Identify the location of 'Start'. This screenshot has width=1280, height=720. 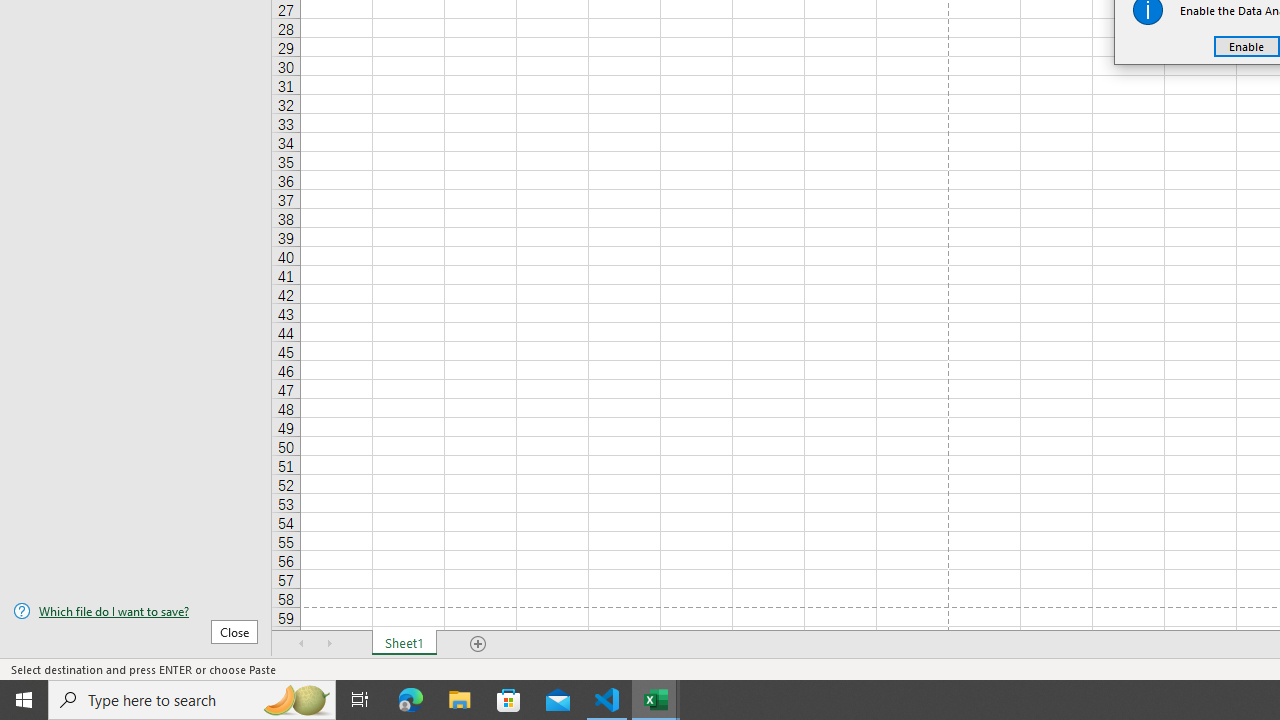
(24, 698).